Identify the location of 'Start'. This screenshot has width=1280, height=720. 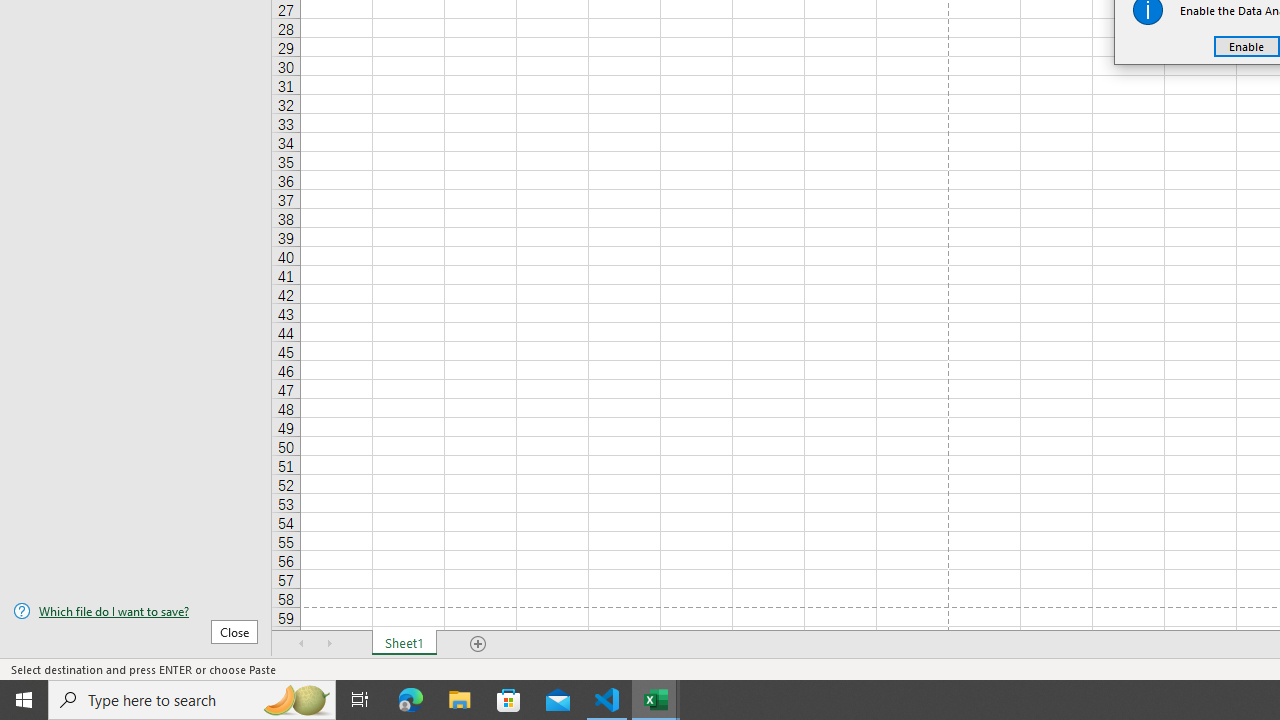
(24, 698).